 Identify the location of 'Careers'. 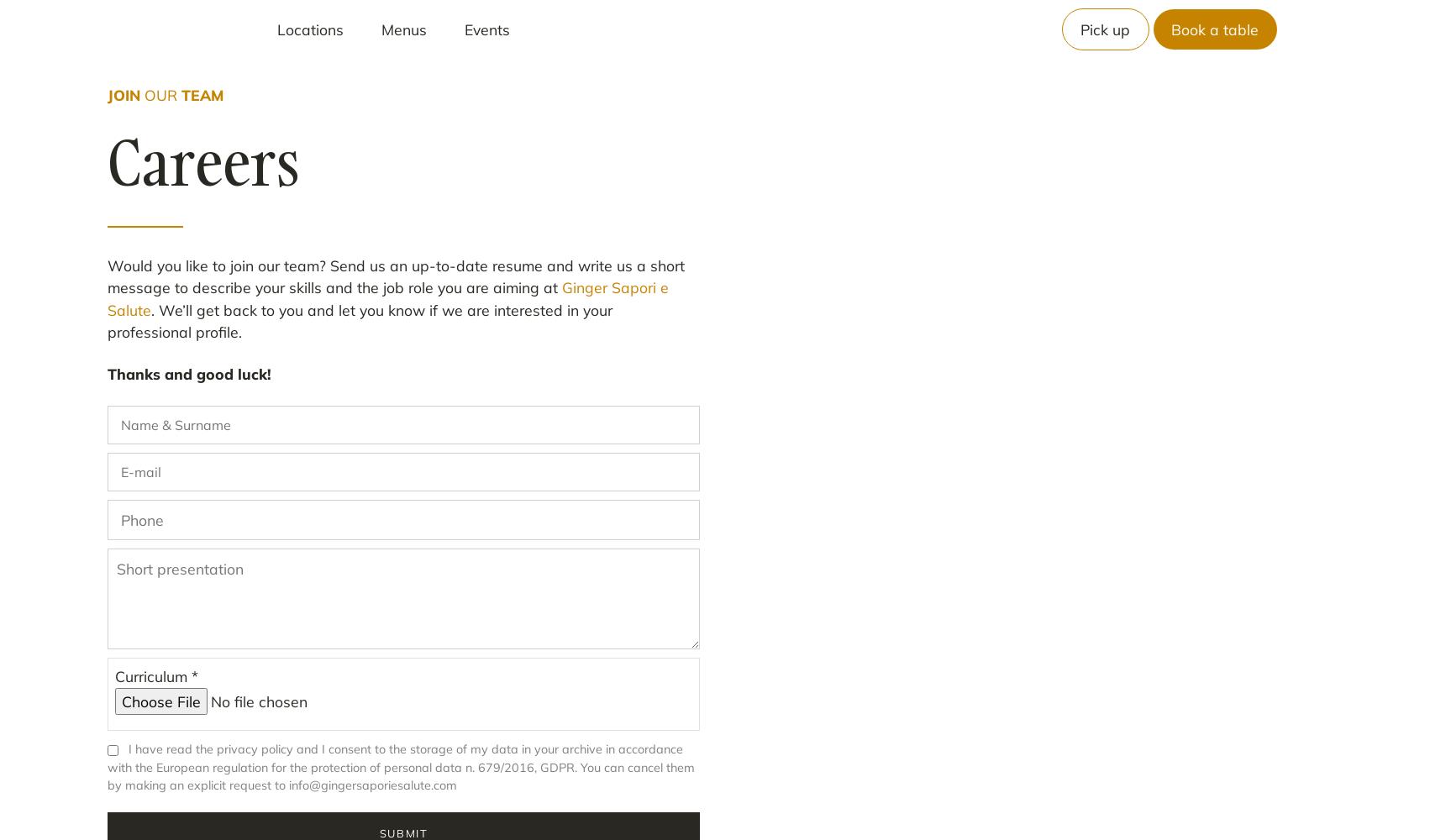
(202, 161).